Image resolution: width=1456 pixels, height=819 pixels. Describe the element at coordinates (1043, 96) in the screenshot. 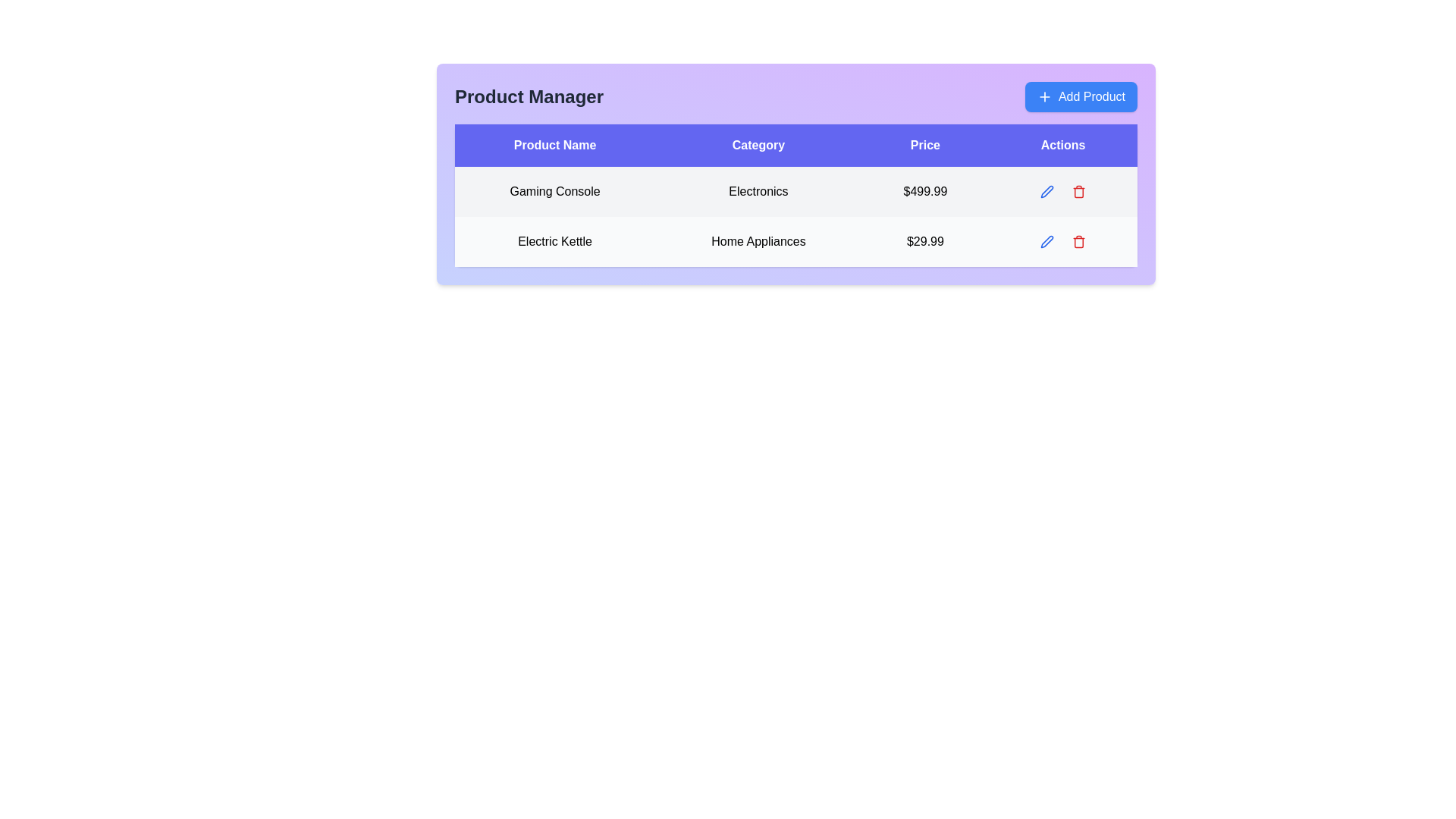

I see `the plus-shaped vector icon inside the 'Add Product' button, which is positioned to the left of the label text and aligned horizontally at the center` at that location.